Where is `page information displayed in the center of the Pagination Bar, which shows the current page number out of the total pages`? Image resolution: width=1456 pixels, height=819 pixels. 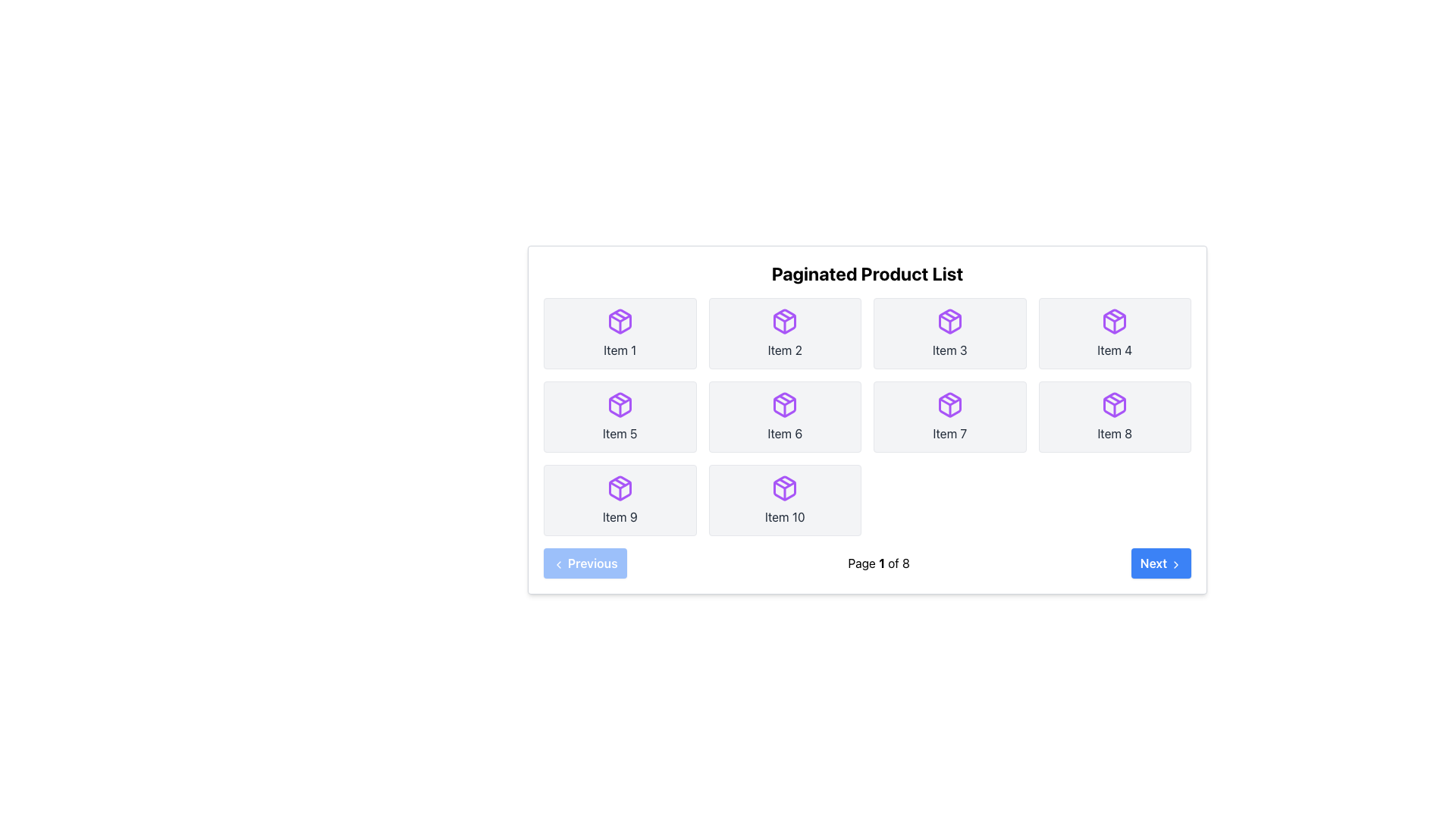
page information displayed in the center of the Pagination Bar, which shows the current page number out of the total pages is located at coordinates (867, 563).